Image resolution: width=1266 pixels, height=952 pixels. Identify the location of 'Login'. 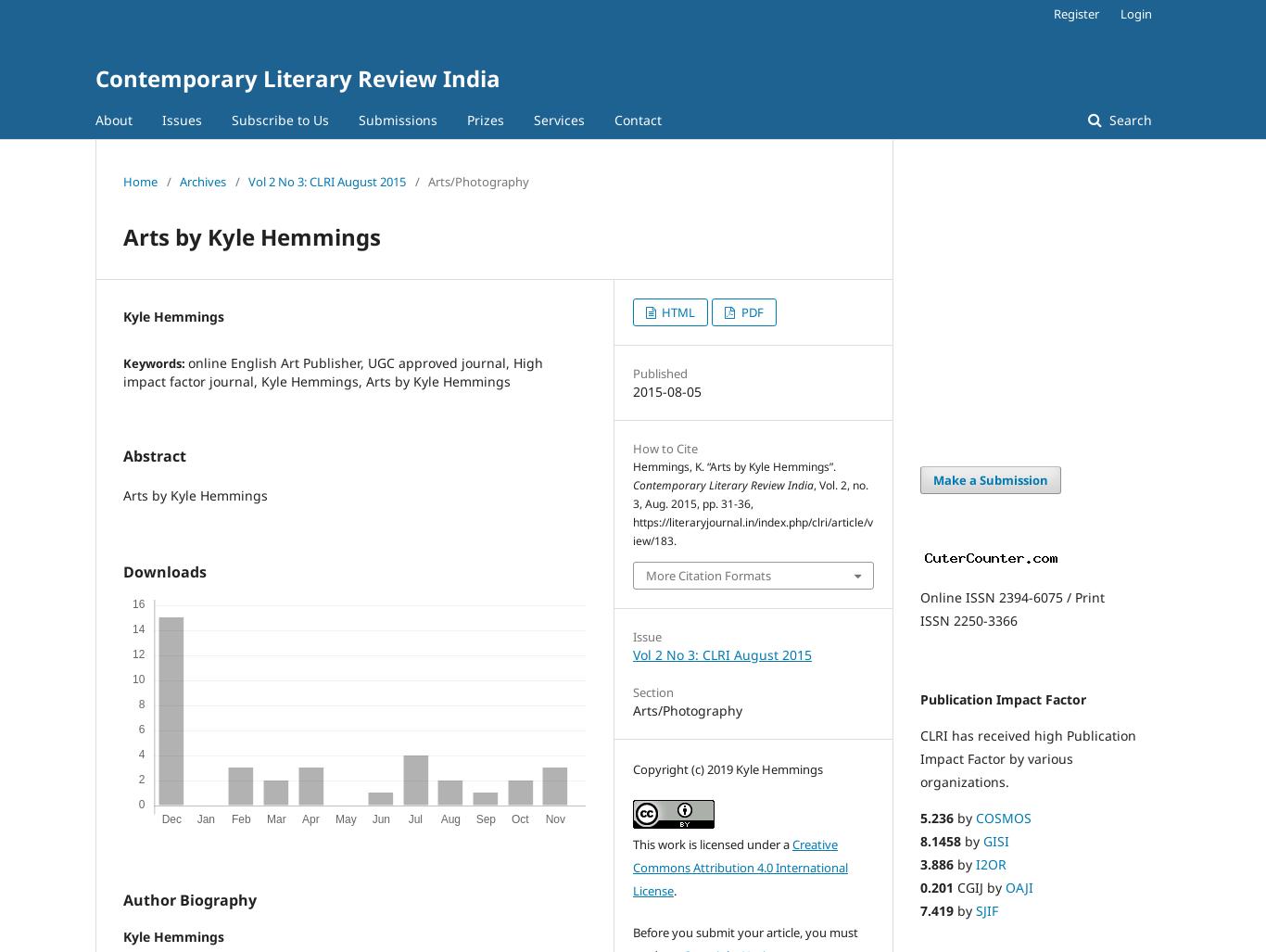
(1135, 13).